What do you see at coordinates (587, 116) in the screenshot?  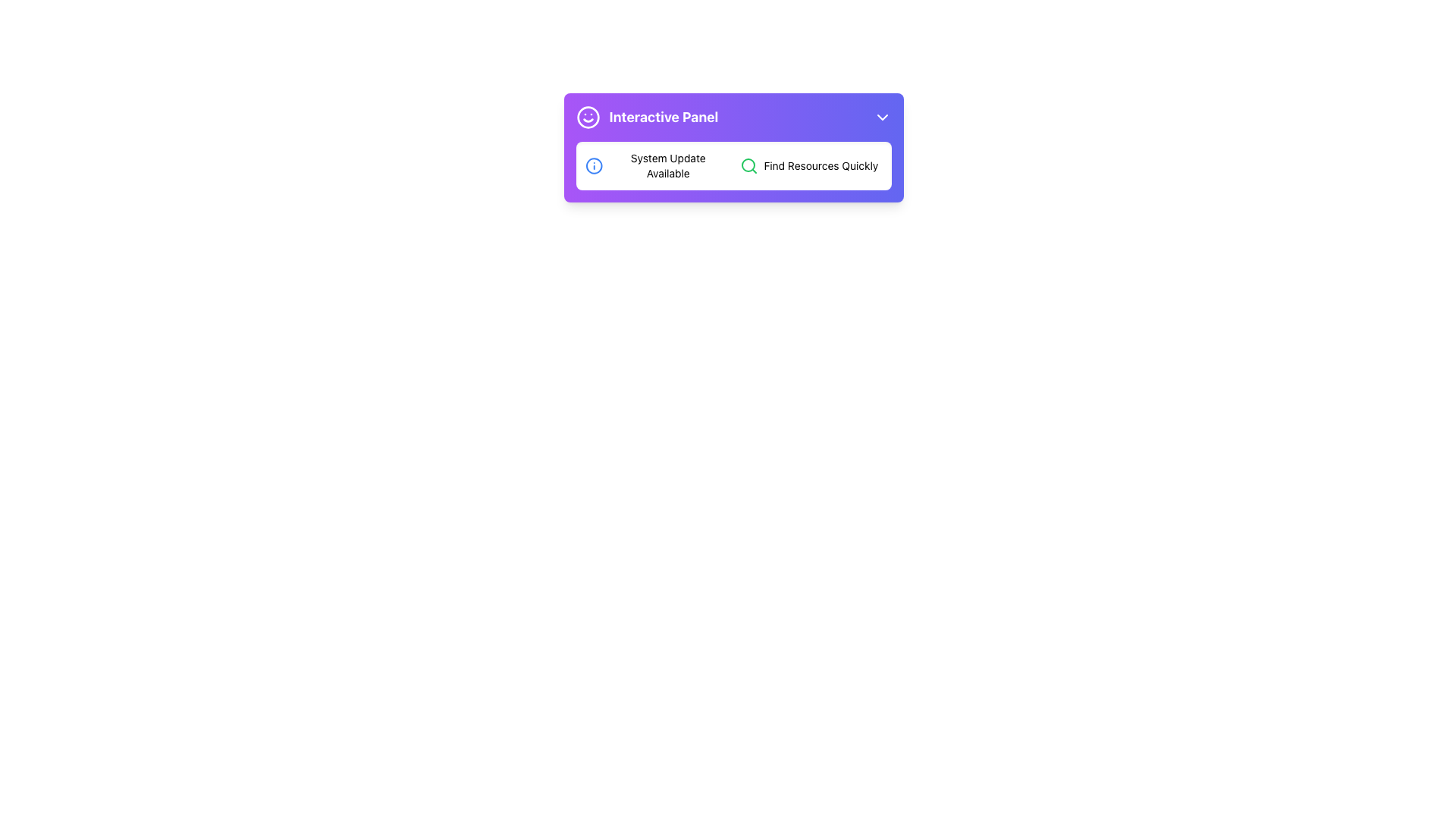 I see `the design of the circular purple smiley face icon located in the top left section of the header labeled 'Interactive Panel'` at bounding box center [587, 116].